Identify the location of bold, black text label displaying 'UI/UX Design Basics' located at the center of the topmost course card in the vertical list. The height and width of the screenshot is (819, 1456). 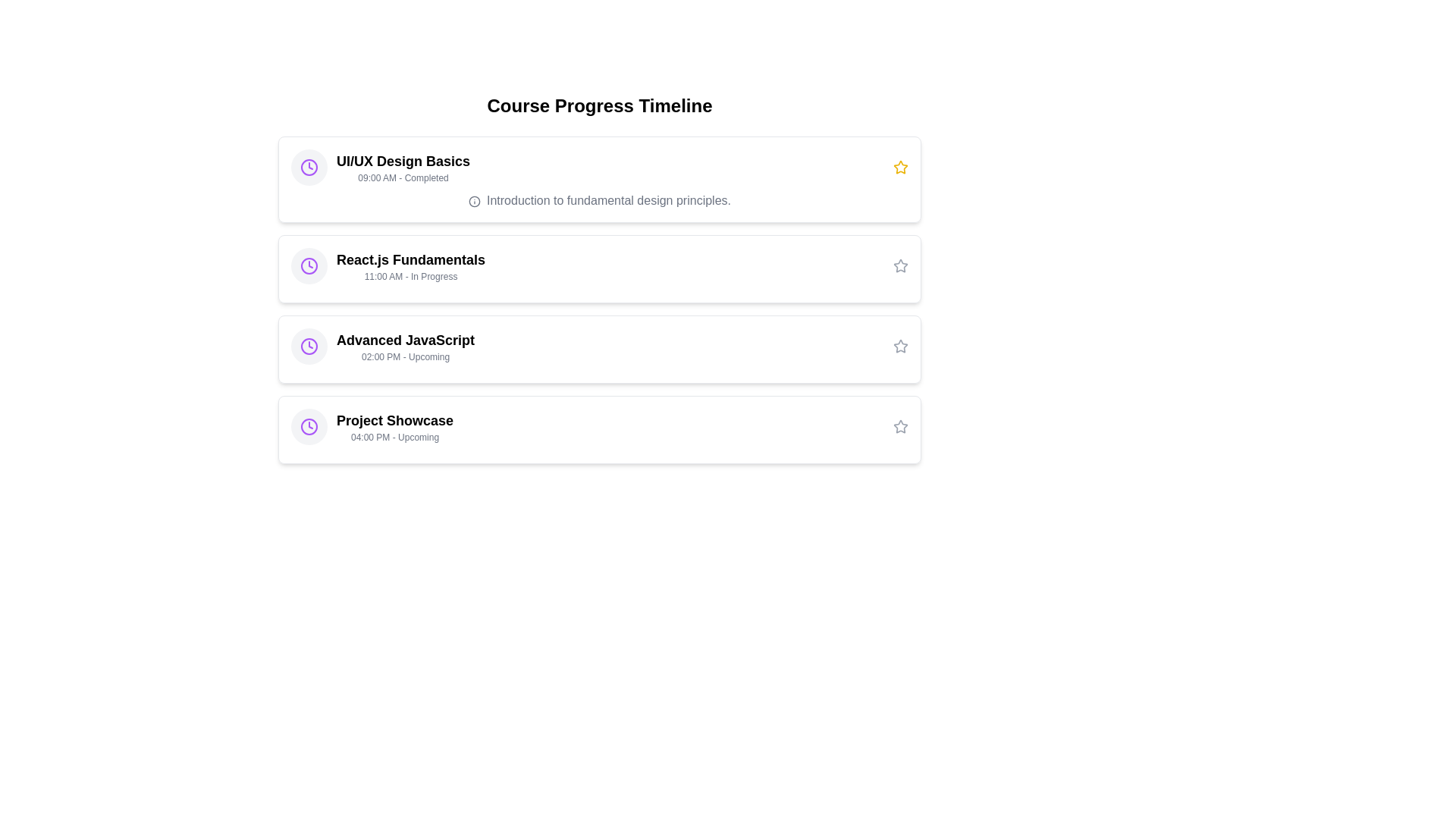
(403, 161).